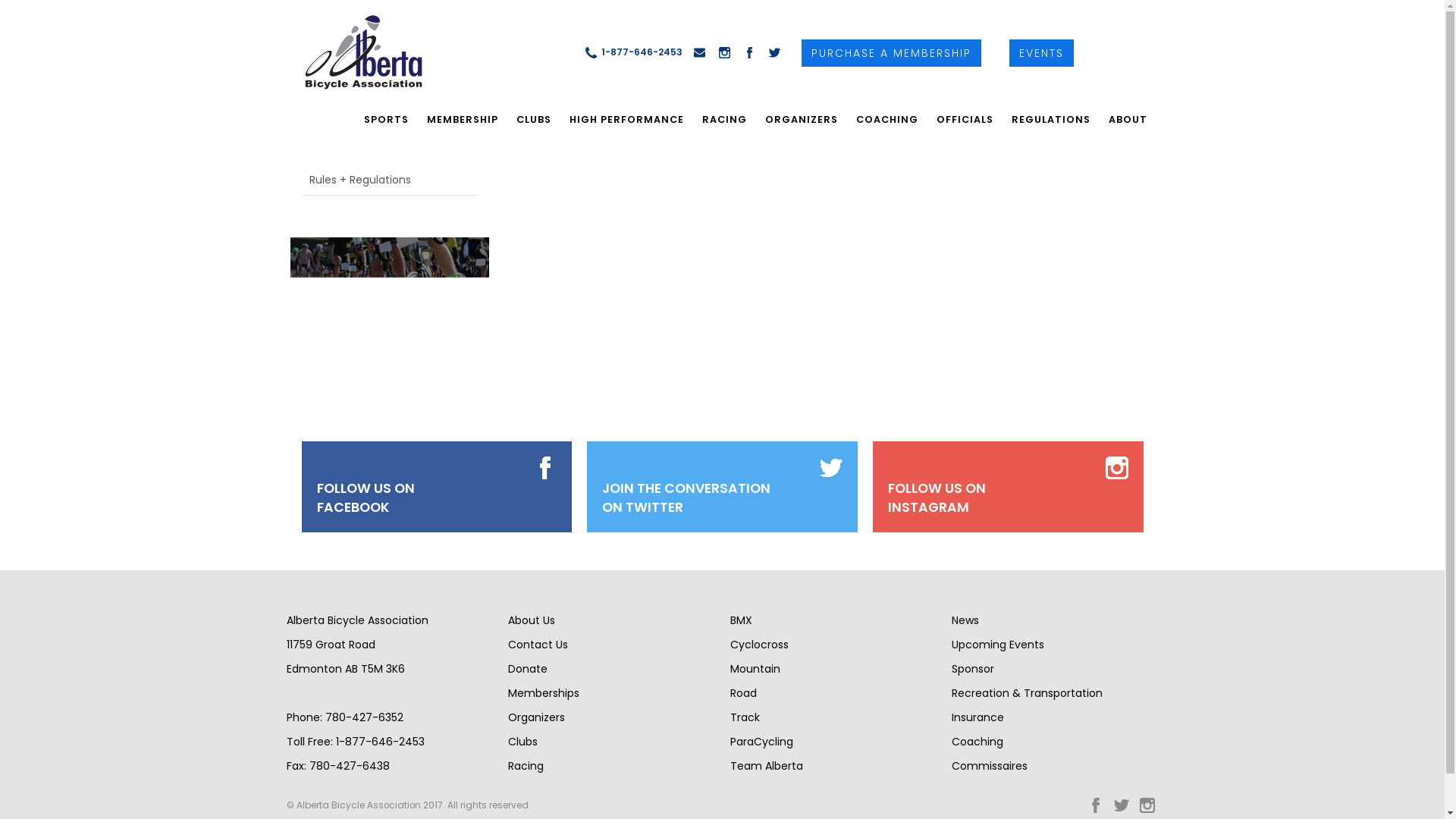 The width and height of the screenshot is (1456, 819). I want to click on 'Team Alberta', so click(729, 766).